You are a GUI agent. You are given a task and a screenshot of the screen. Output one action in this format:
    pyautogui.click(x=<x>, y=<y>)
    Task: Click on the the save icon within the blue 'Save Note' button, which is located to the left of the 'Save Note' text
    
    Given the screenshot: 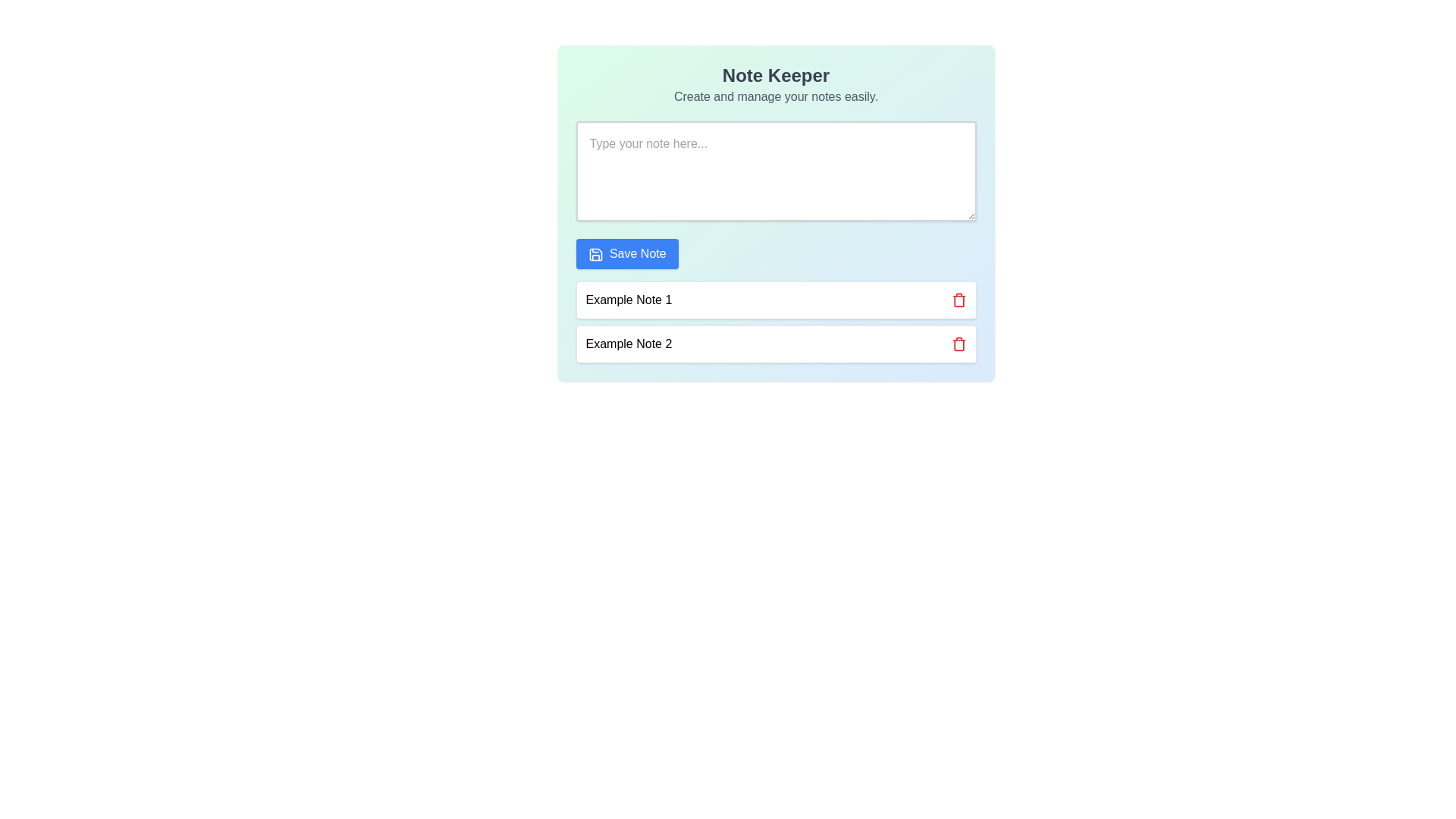 What is the action you would take?
    pyautogui.click(x=595, y=253)
    